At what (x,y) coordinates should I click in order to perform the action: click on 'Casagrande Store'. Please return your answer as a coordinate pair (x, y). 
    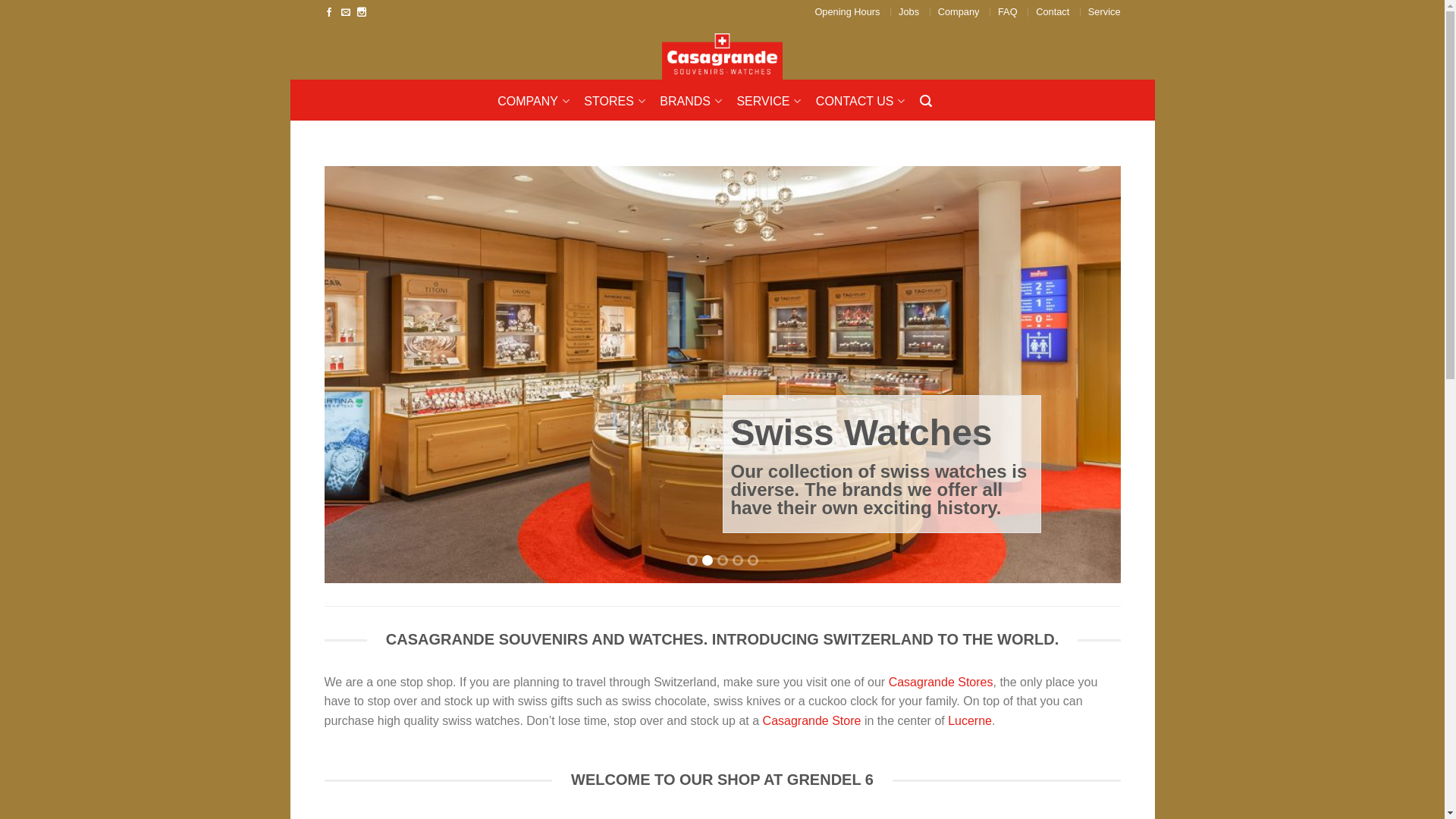
    Looking at the image, I should click on (763, 720).